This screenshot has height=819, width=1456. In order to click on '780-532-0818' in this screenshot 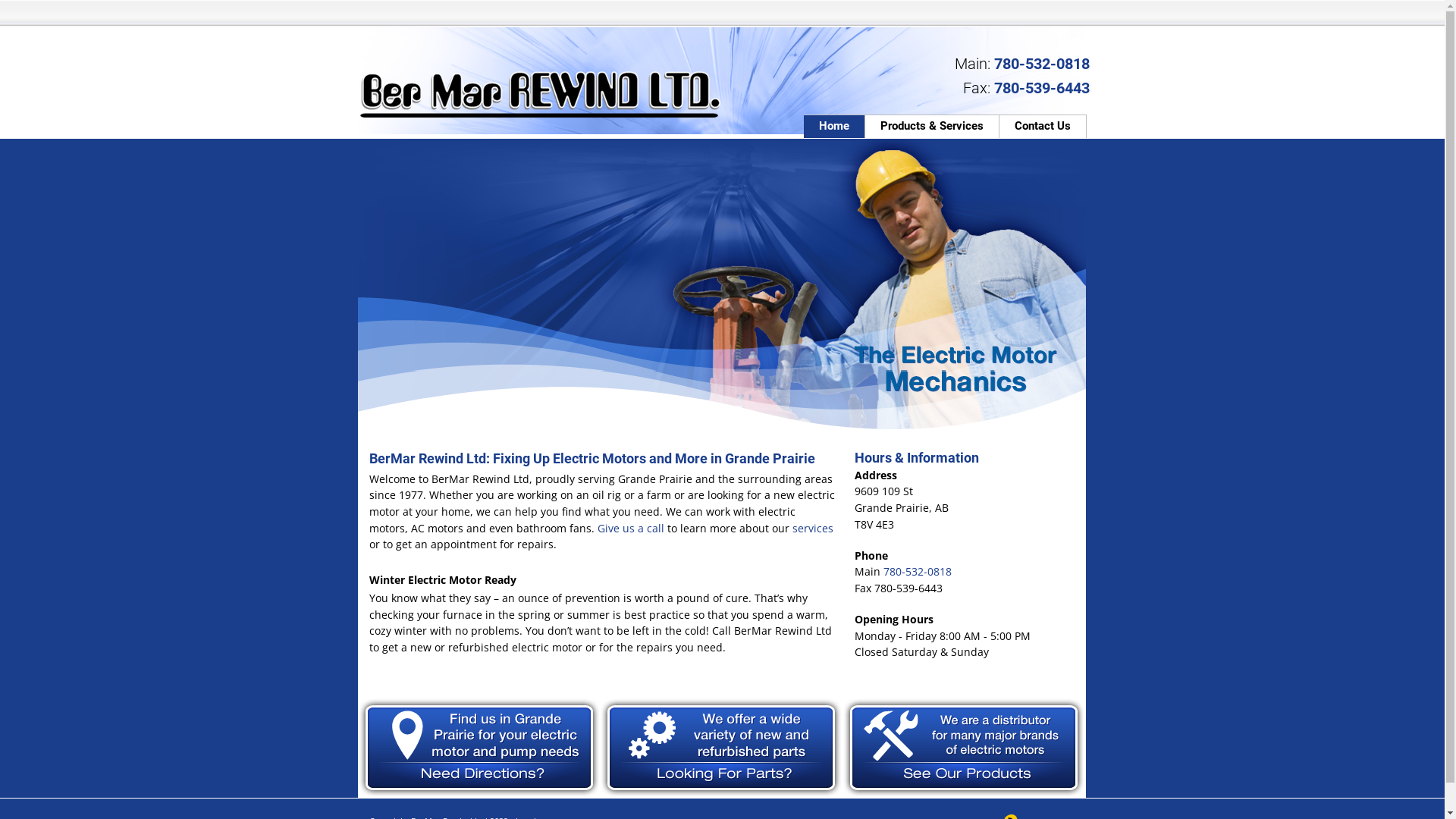, I will do `click(1039, 63)`.